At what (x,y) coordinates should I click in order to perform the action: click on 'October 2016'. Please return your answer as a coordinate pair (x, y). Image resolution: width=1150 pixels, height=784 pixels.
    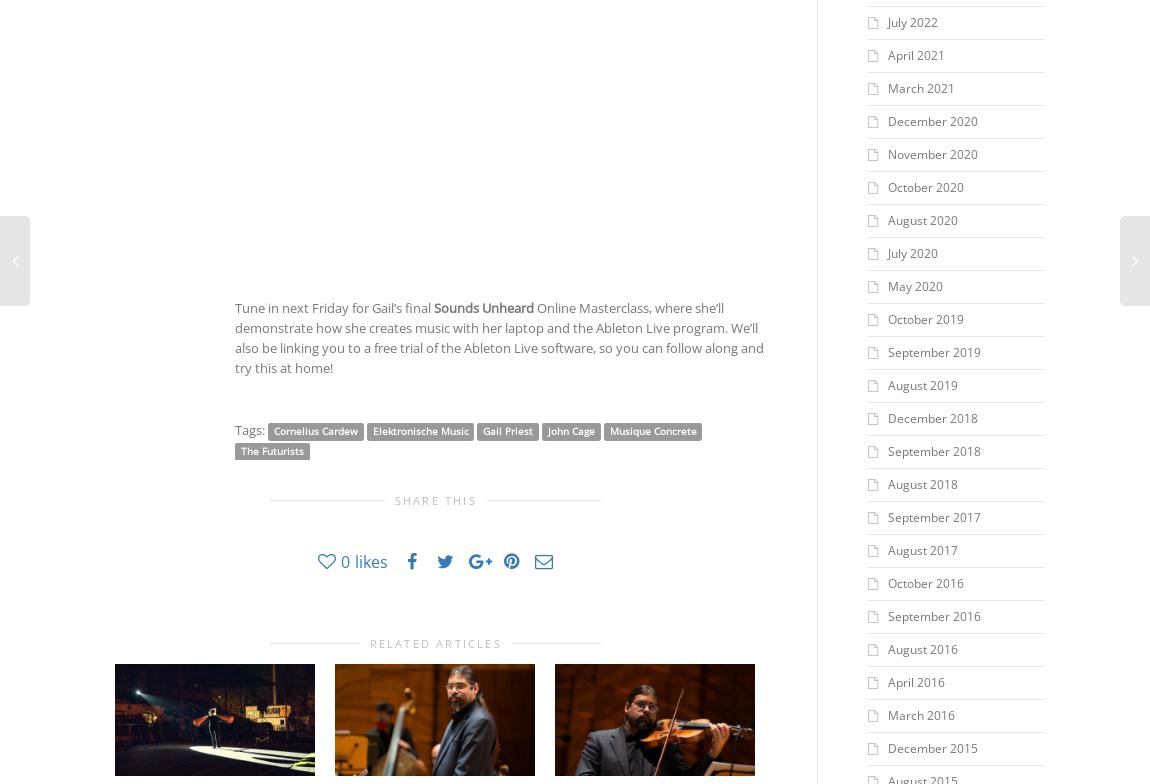
    Looking at the image, I should click on (924, 583).